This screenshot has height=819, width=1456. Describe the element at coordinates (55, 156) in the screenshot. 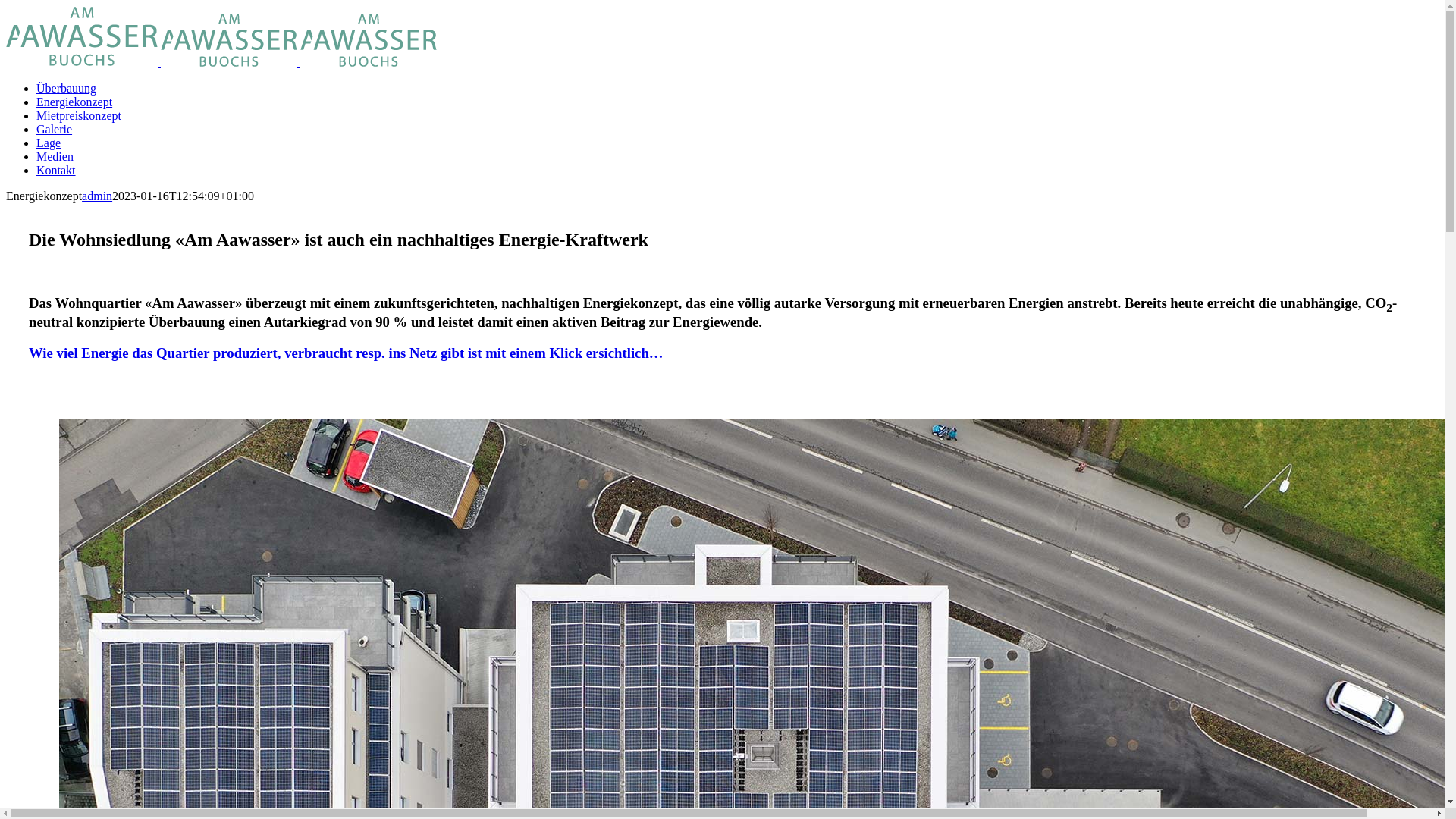

I see `'Medien'` at that location.